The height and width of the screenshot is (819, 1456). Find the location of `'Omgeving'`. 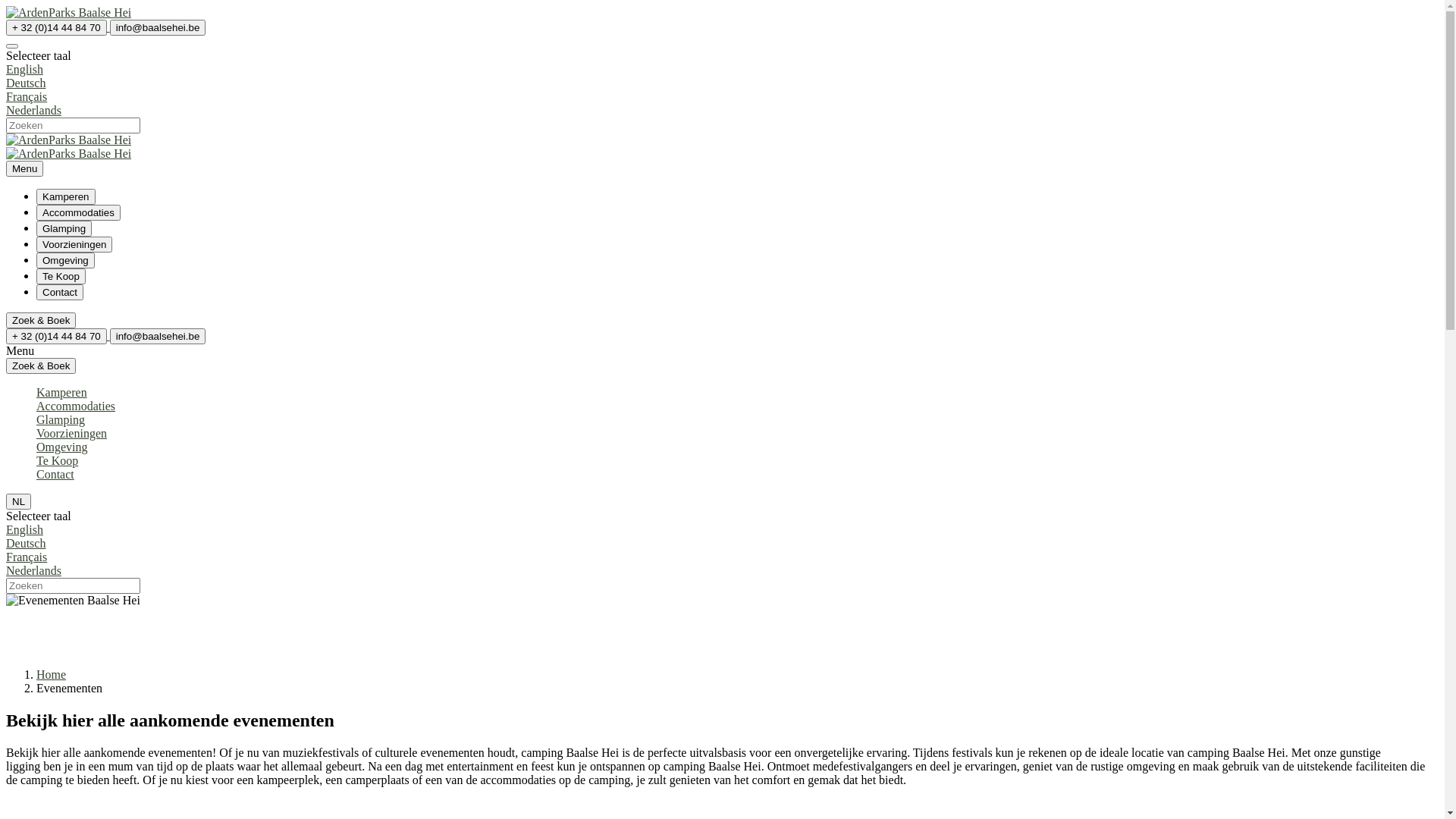

'Omgeving' is located at coordinates (64, 259).